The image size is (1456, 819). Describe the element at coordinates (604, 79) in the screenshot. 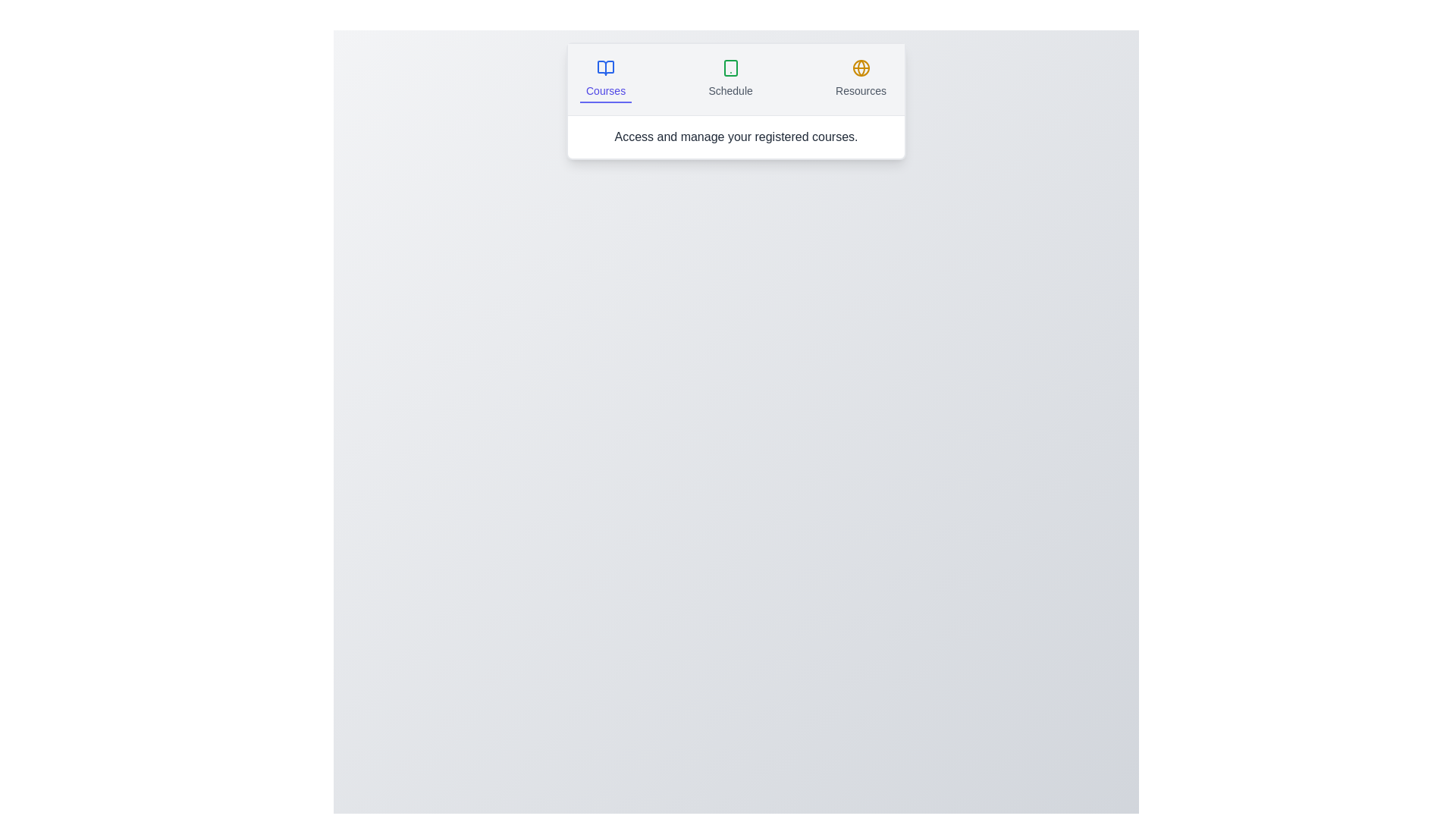

I see `the tab labeled Courses` at that location.